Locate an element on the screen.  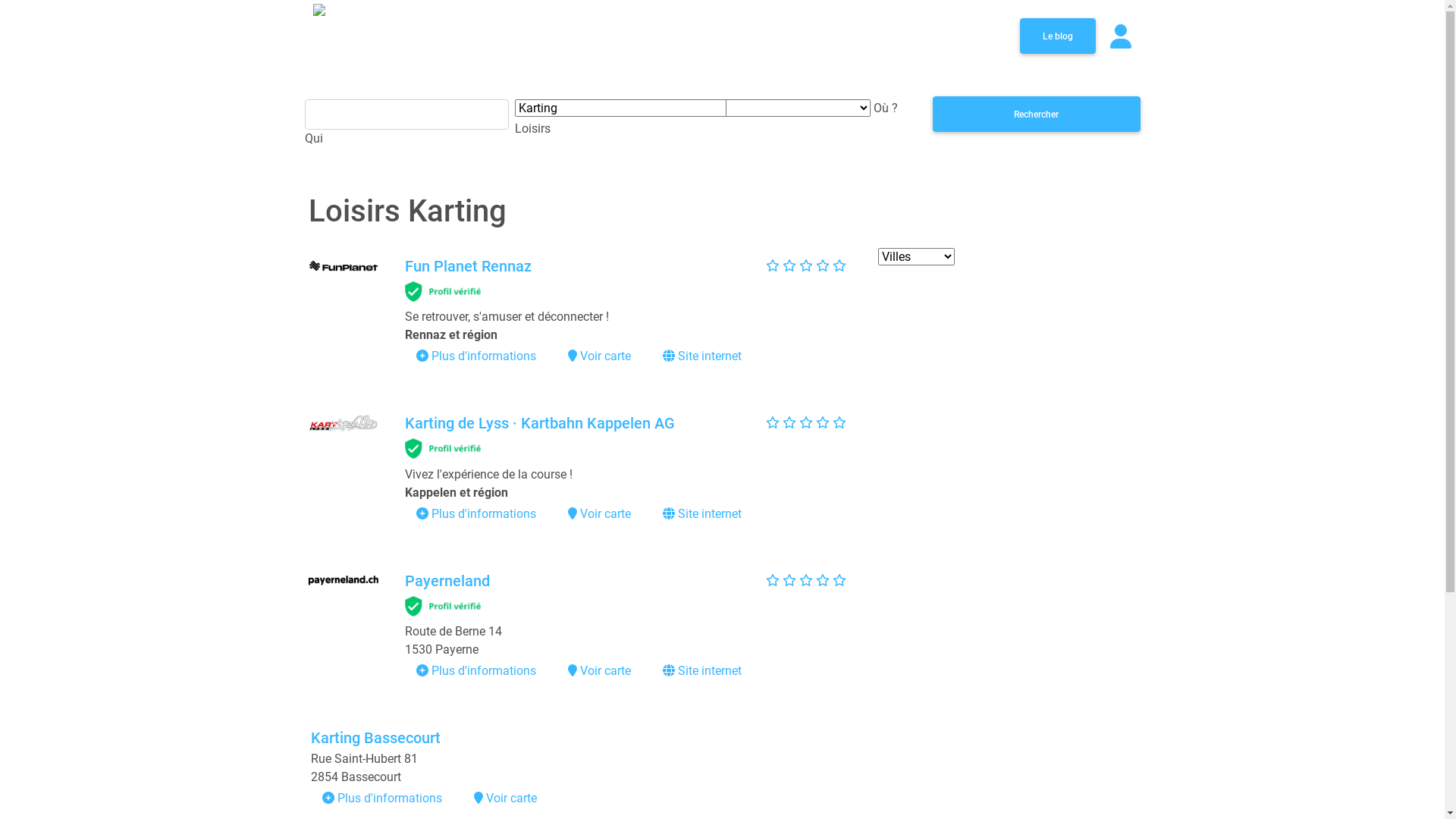
'Karting Bassecourt' is located at coordinates (375, 736).